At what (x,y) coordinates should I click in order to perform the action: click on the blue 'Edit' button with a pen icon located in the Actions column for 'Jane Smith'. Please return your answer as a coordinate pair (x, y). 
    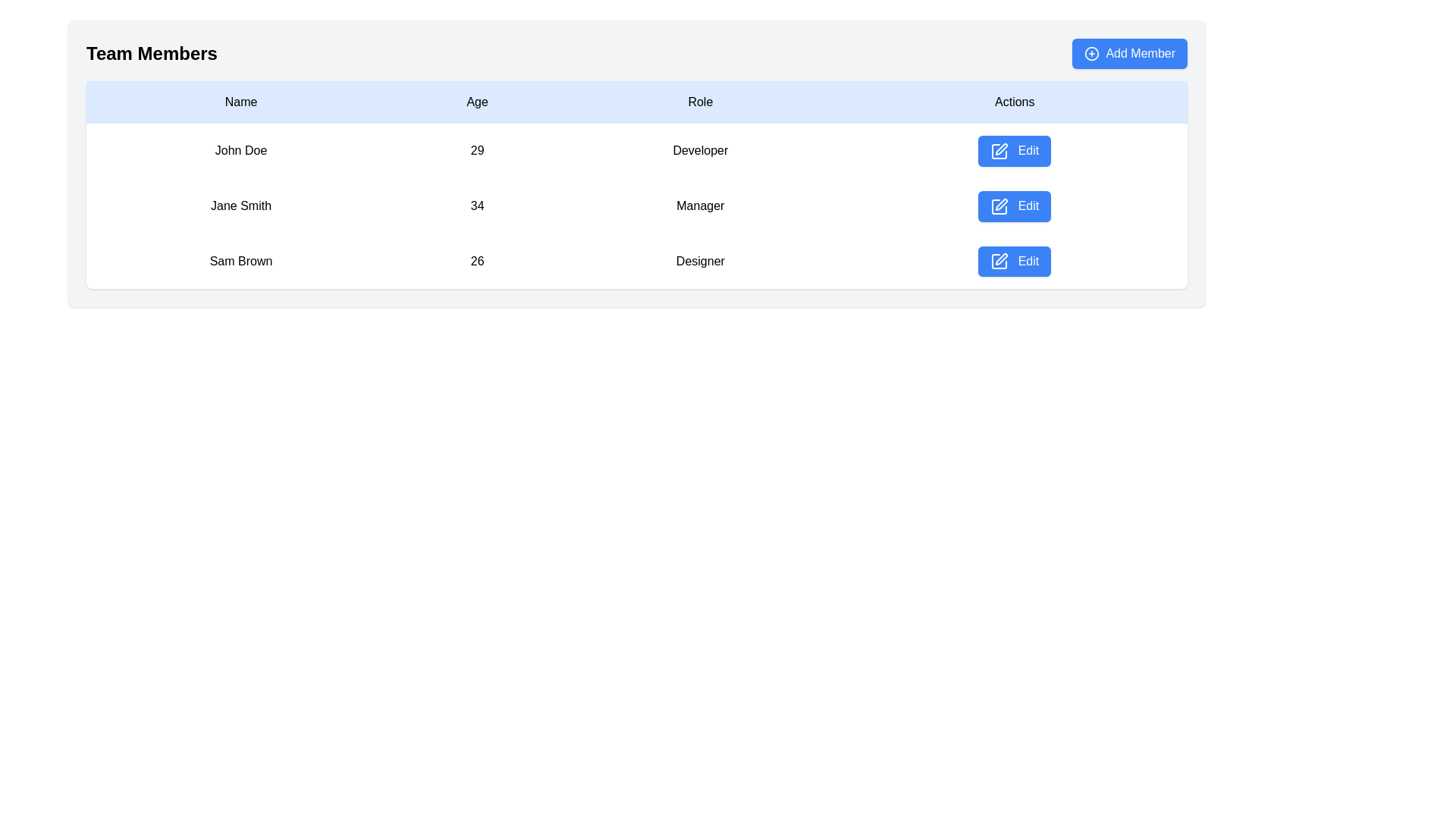
    Looking at the image, I should click on (1015, 206).